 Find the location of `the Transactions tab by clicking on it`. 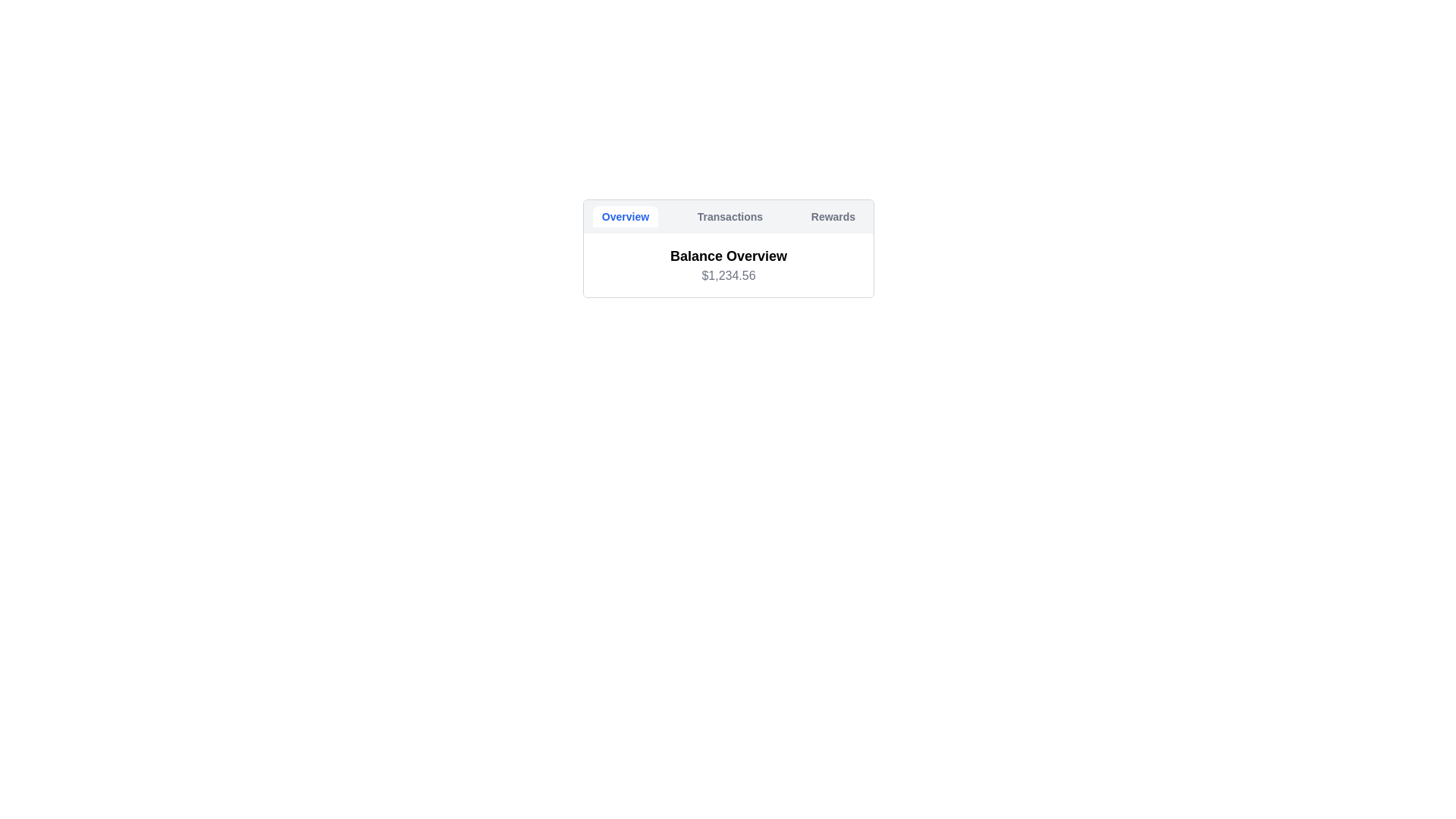

the Transactions tab by clicking on it is located at coordinates (730, 216).